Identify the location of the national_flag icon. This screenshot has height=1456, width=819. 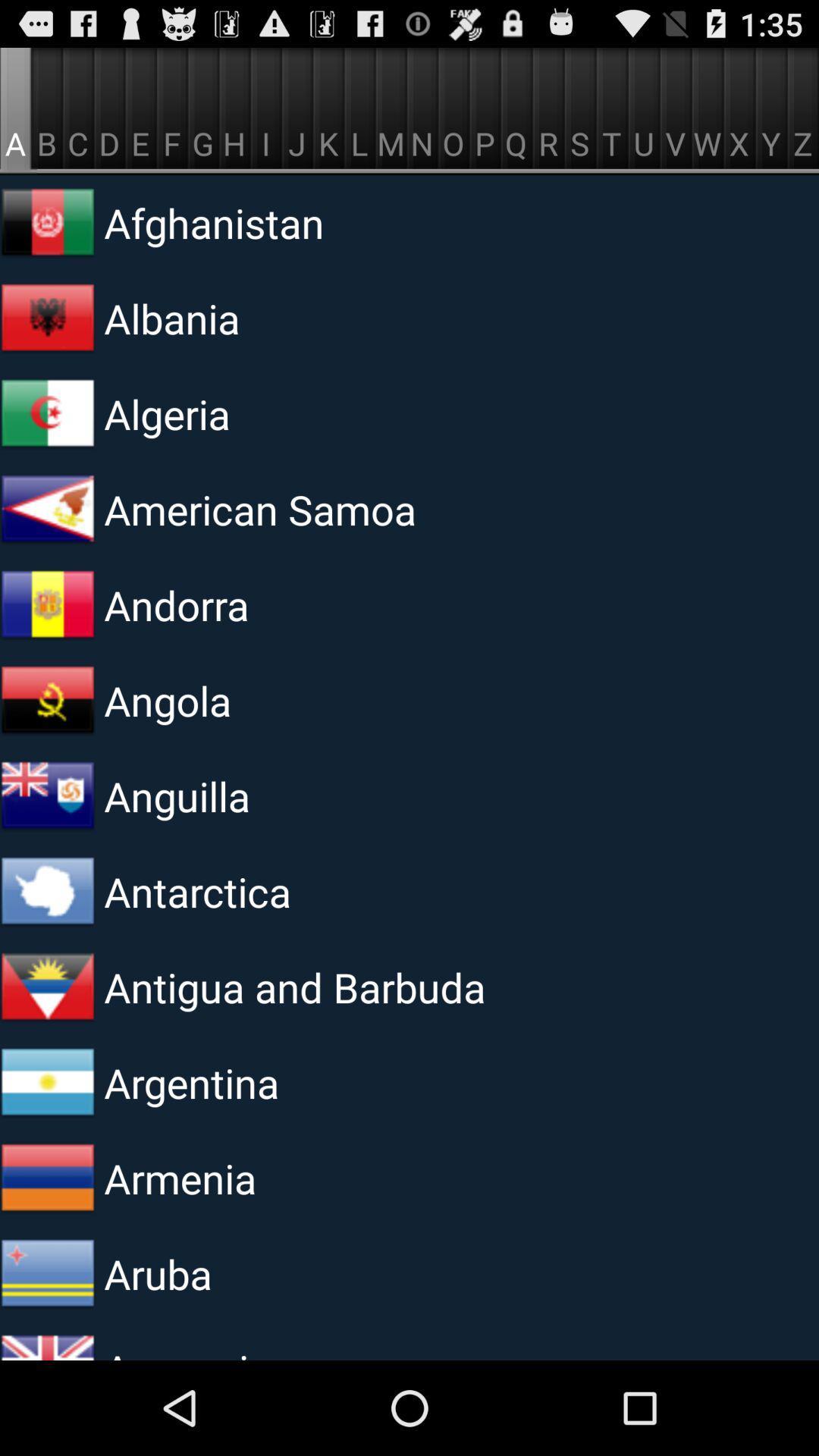
(46, 1363).